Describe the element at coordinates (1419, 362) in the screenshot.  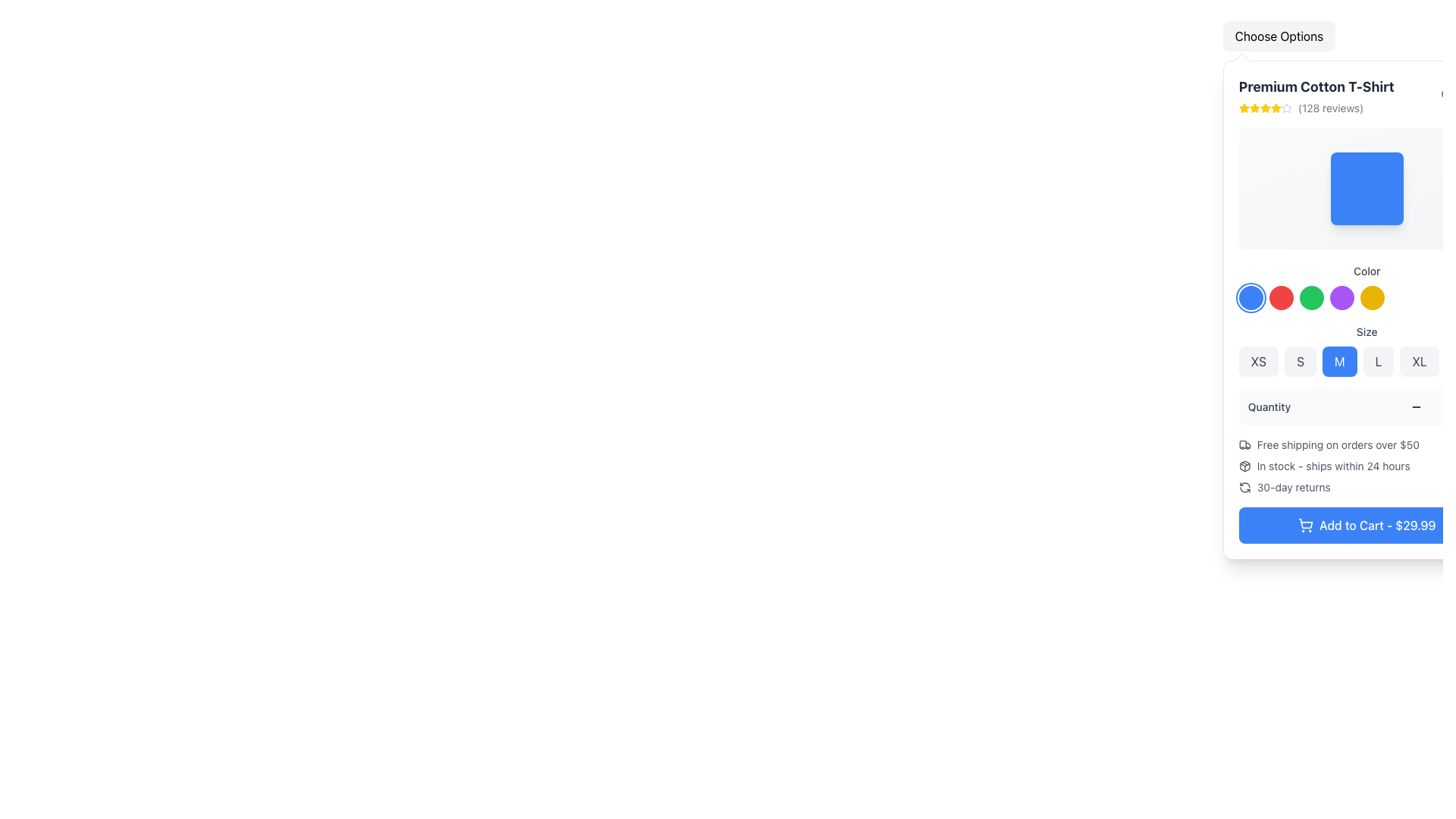
I see `the 'XL' button, which is the fifth button in the size selection group` at that location.